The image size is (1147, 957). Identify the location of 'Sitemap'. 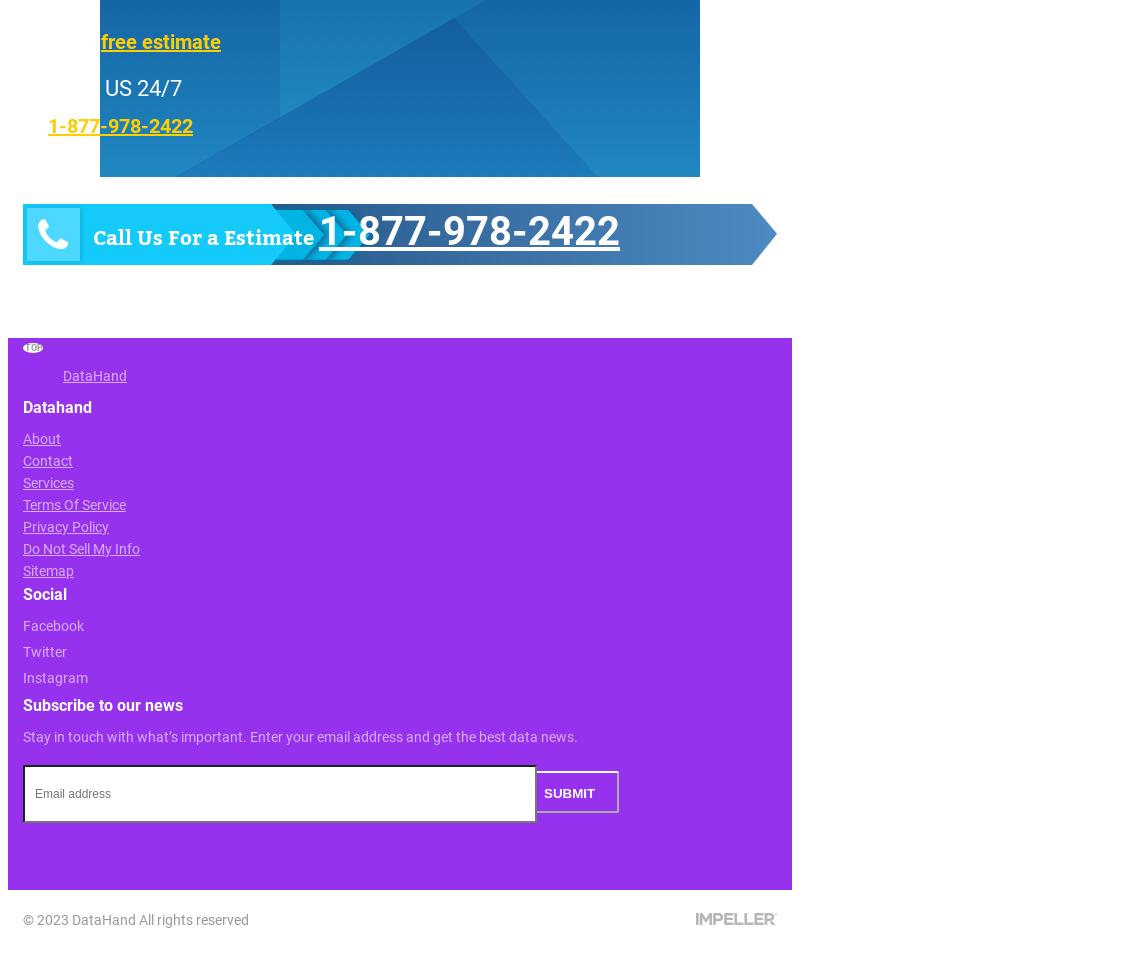
(23, 569).